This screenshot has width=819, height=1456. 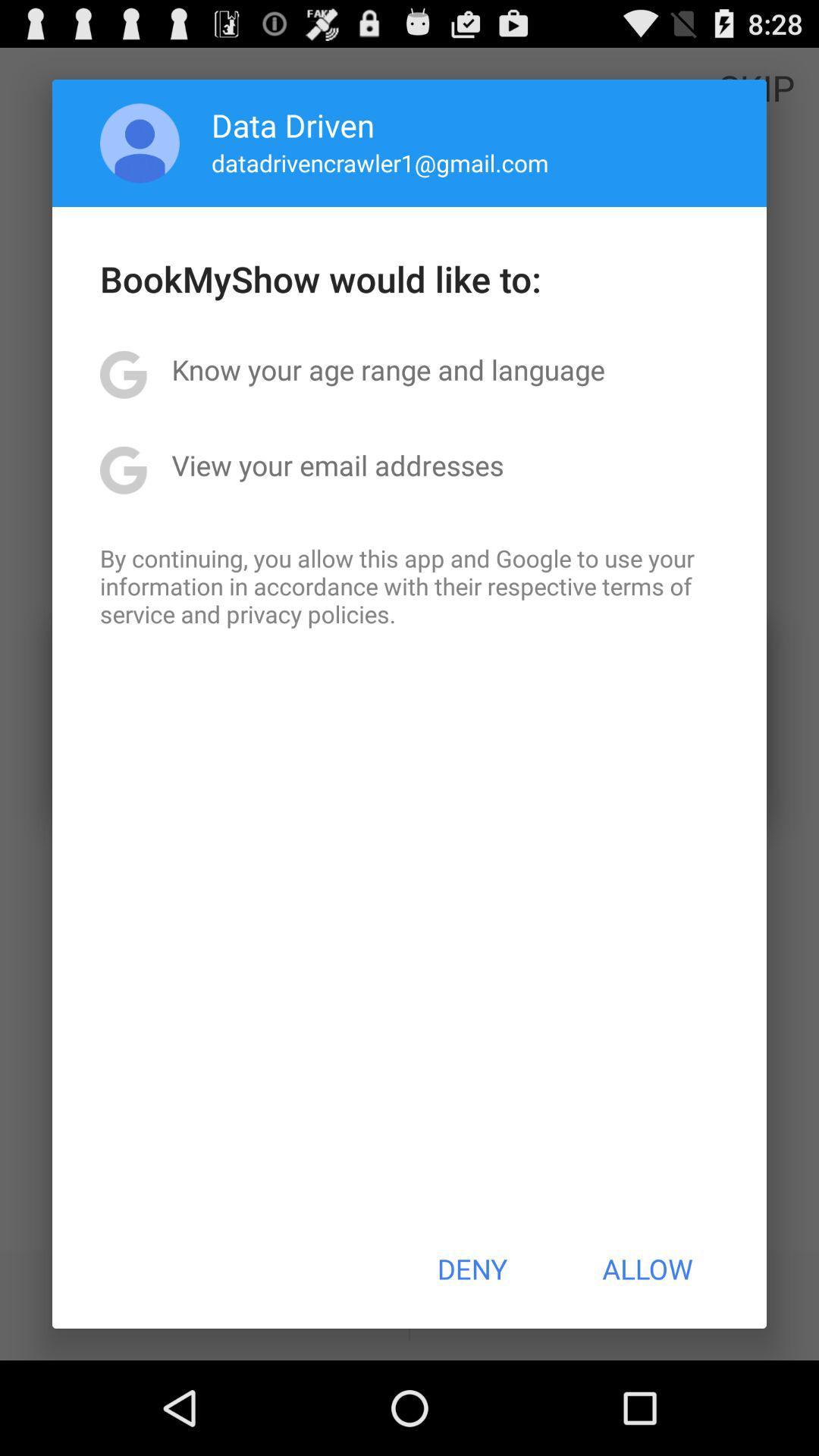 I want to click on the deny button, so click(x=471, y=1269).